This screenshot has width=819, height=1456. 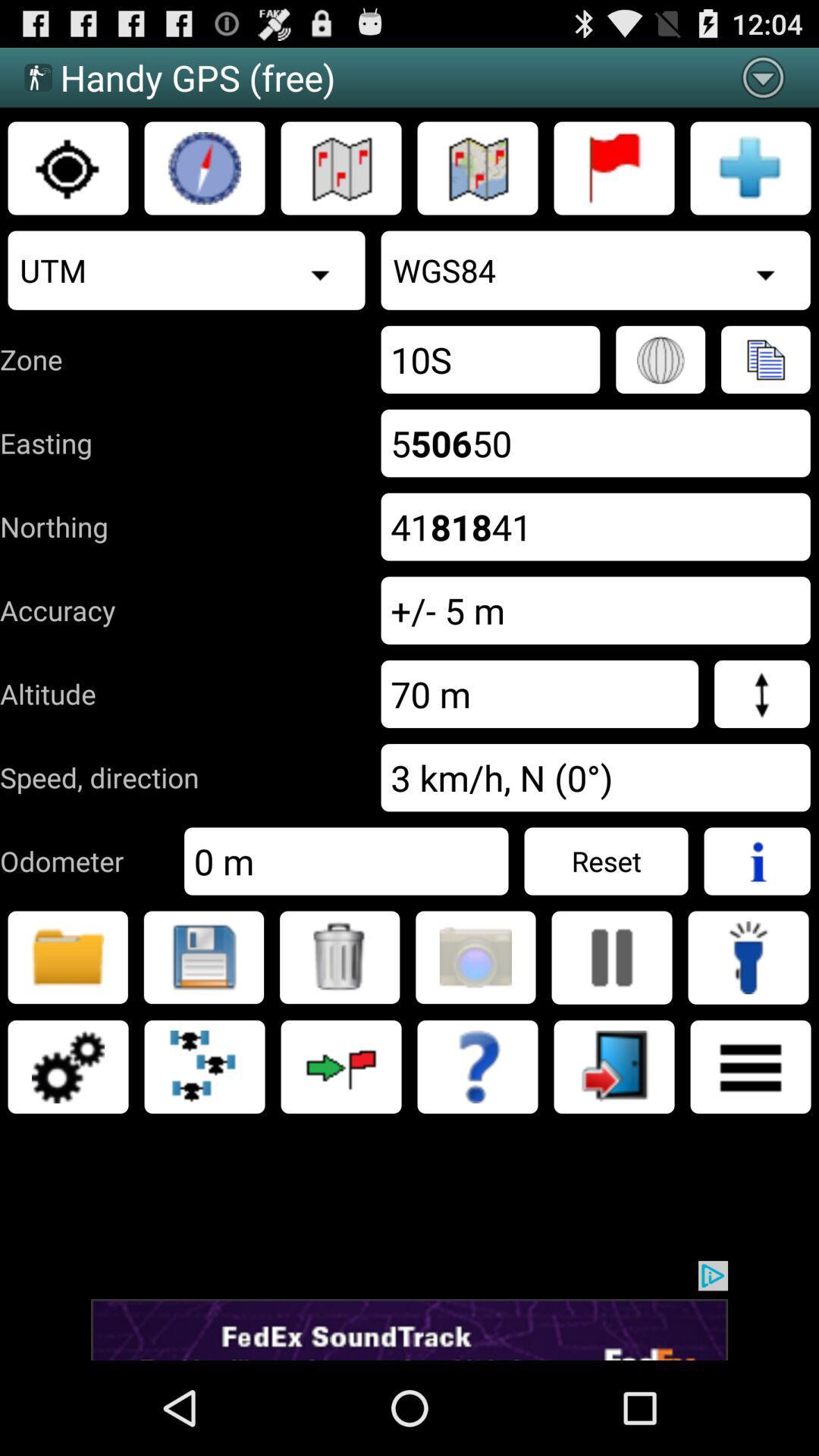 I want to click on open menu, so click(x=751, y=1065).